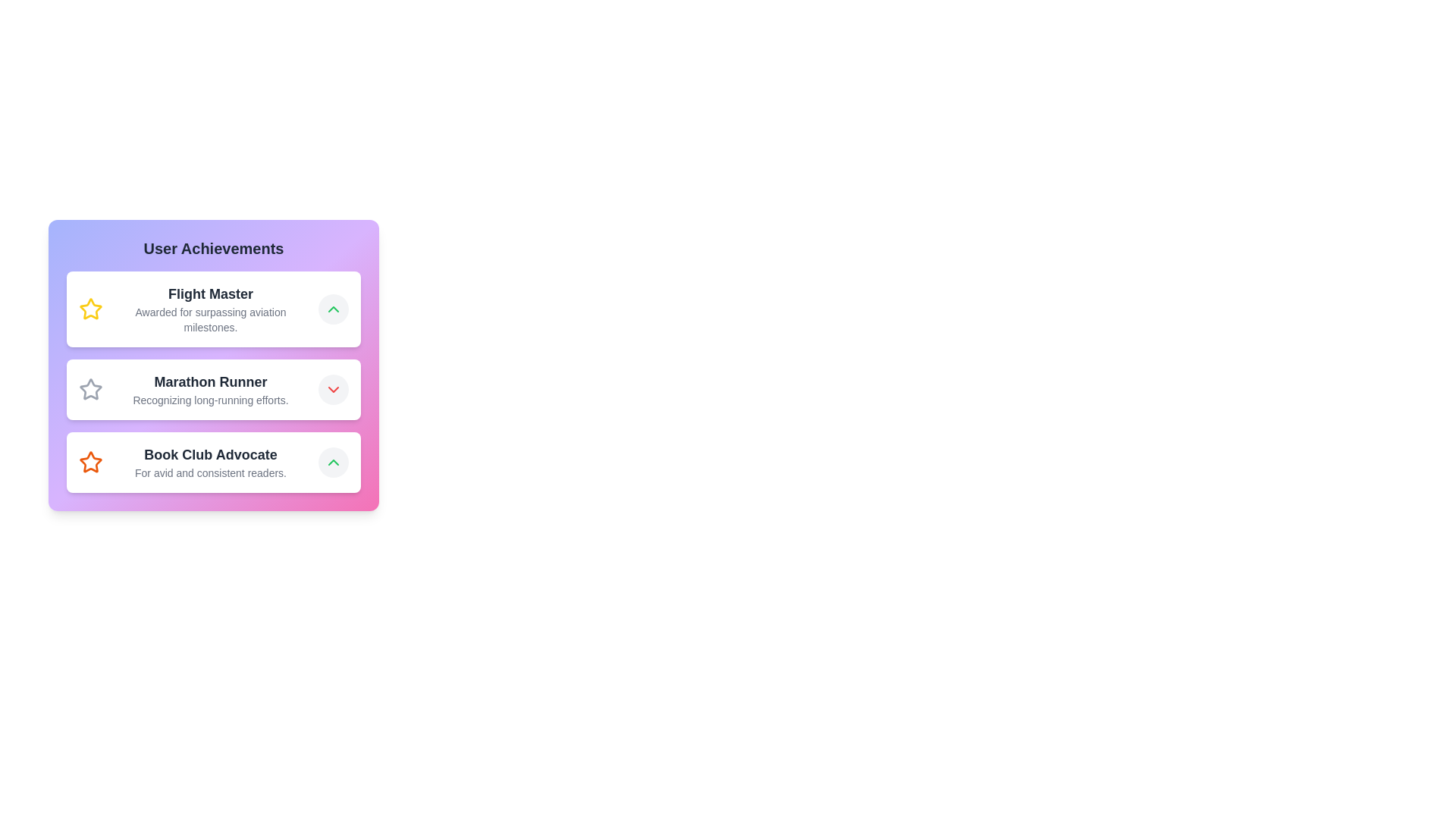 The height and width of the screenshot is (819, 1456). I want to click on the Text Label that serves as the title for the 'Book Club Advocate' achievement, located in the lower part of the 'User Achievements' list, so click(210, 454).